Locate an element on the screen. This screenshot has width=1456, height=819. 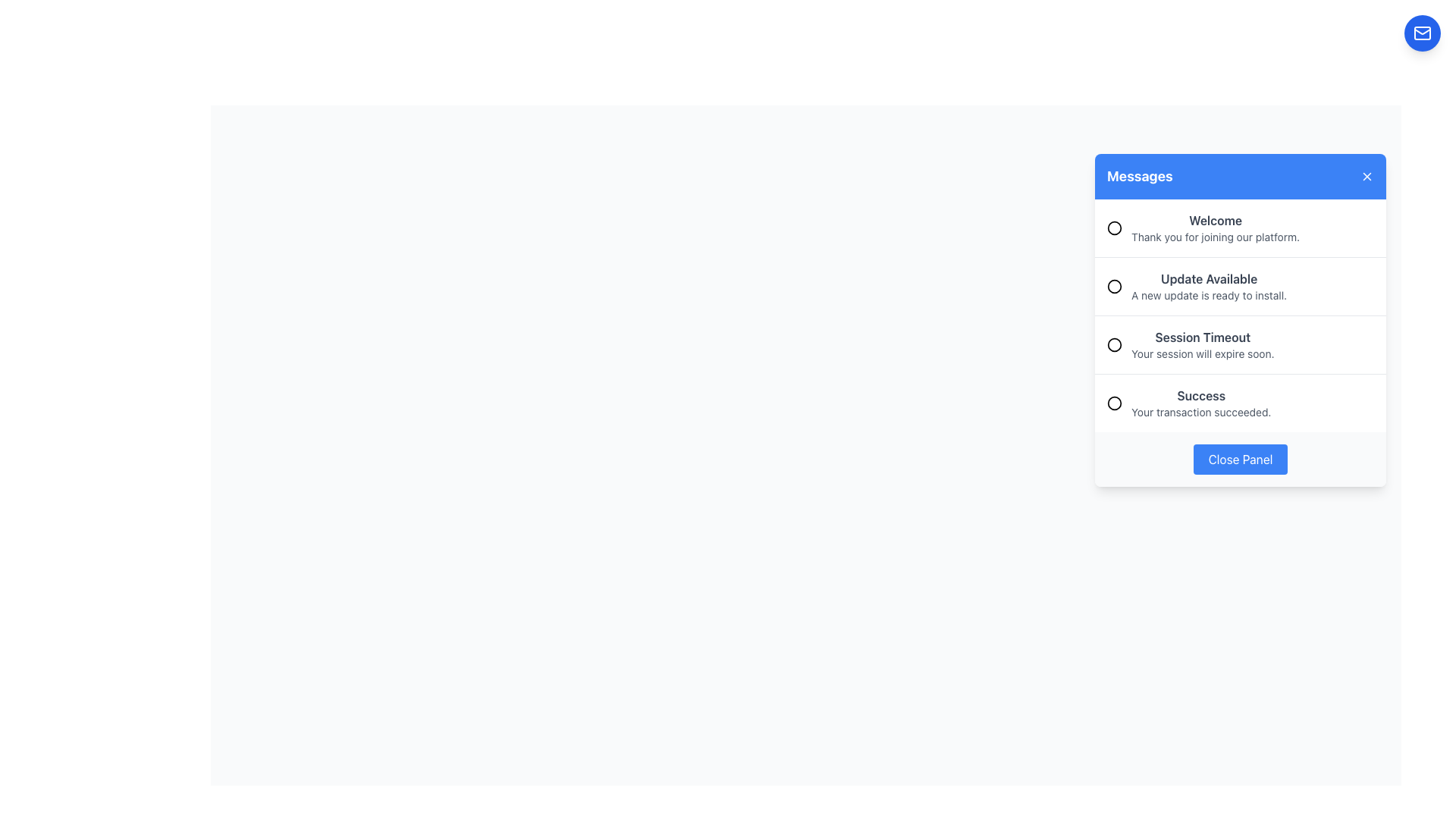
the fourth list item with a green circular icon and bold 'Success' text, located above the 'Close Panel' button is located at coordinates (1241, 402).